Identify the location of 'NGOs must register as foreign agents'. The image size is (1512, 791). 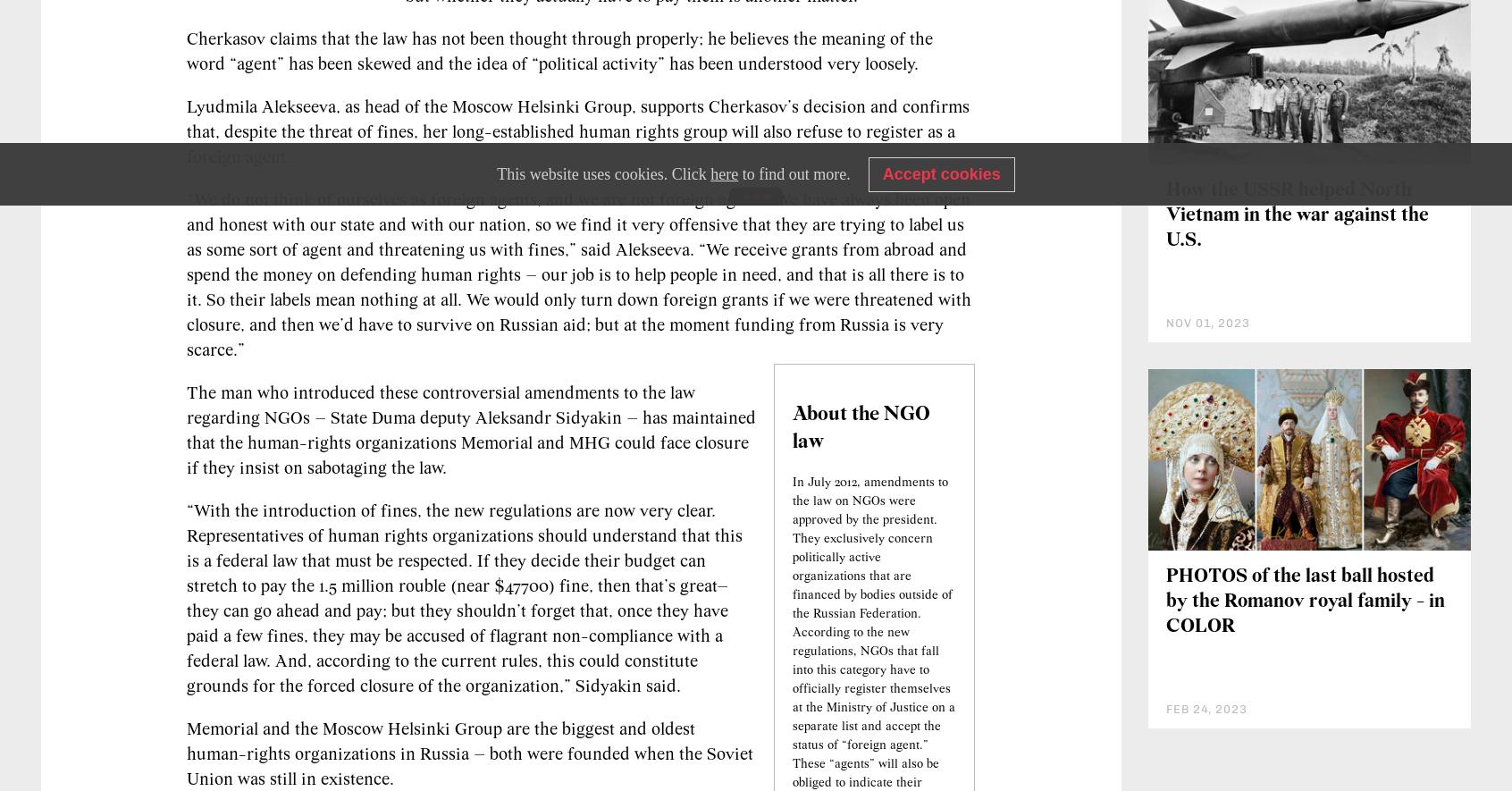
(266, 41).